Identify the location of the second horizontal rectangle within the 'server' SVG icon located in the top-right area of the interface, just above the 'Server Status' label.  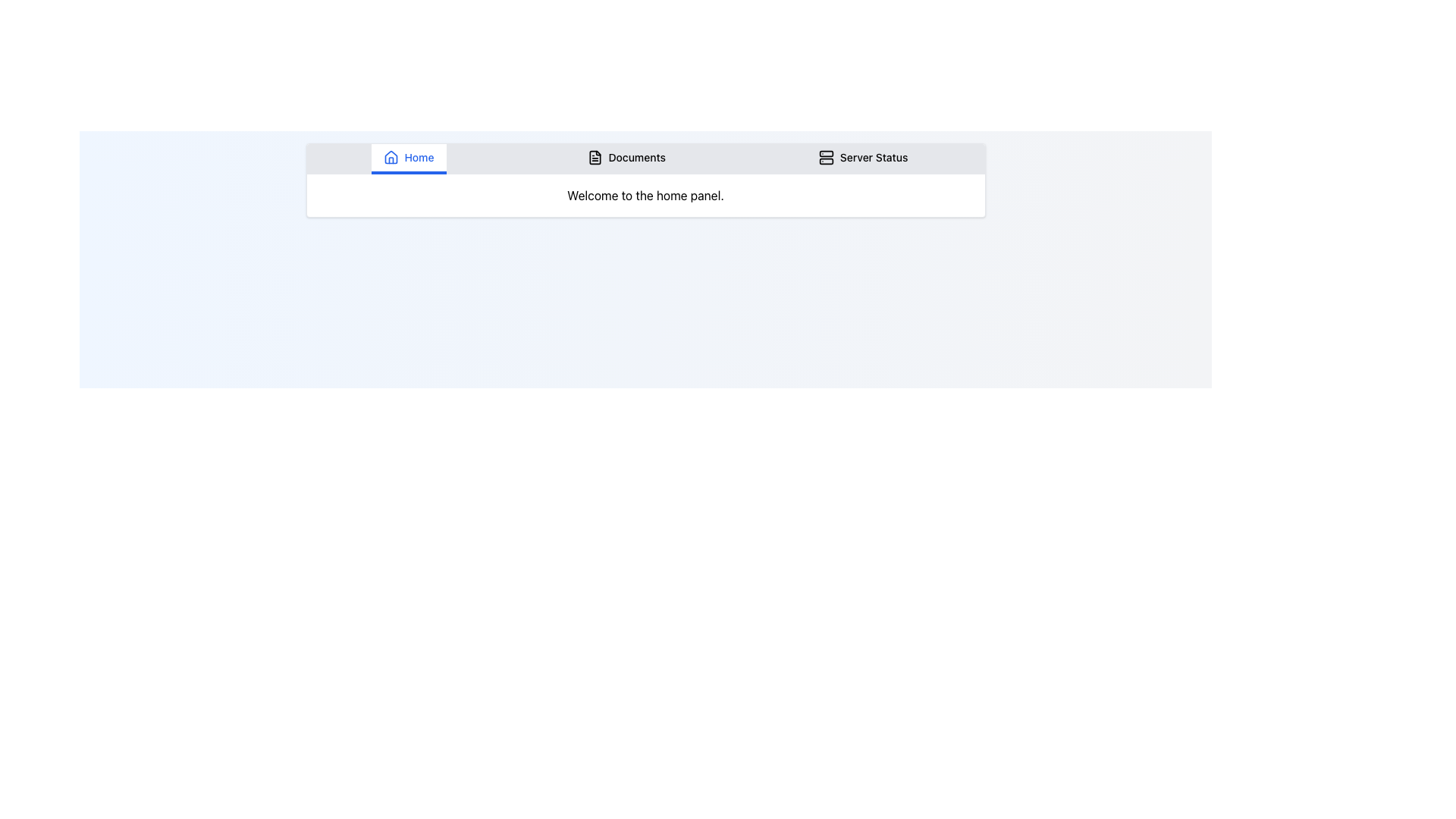
(825, 161).